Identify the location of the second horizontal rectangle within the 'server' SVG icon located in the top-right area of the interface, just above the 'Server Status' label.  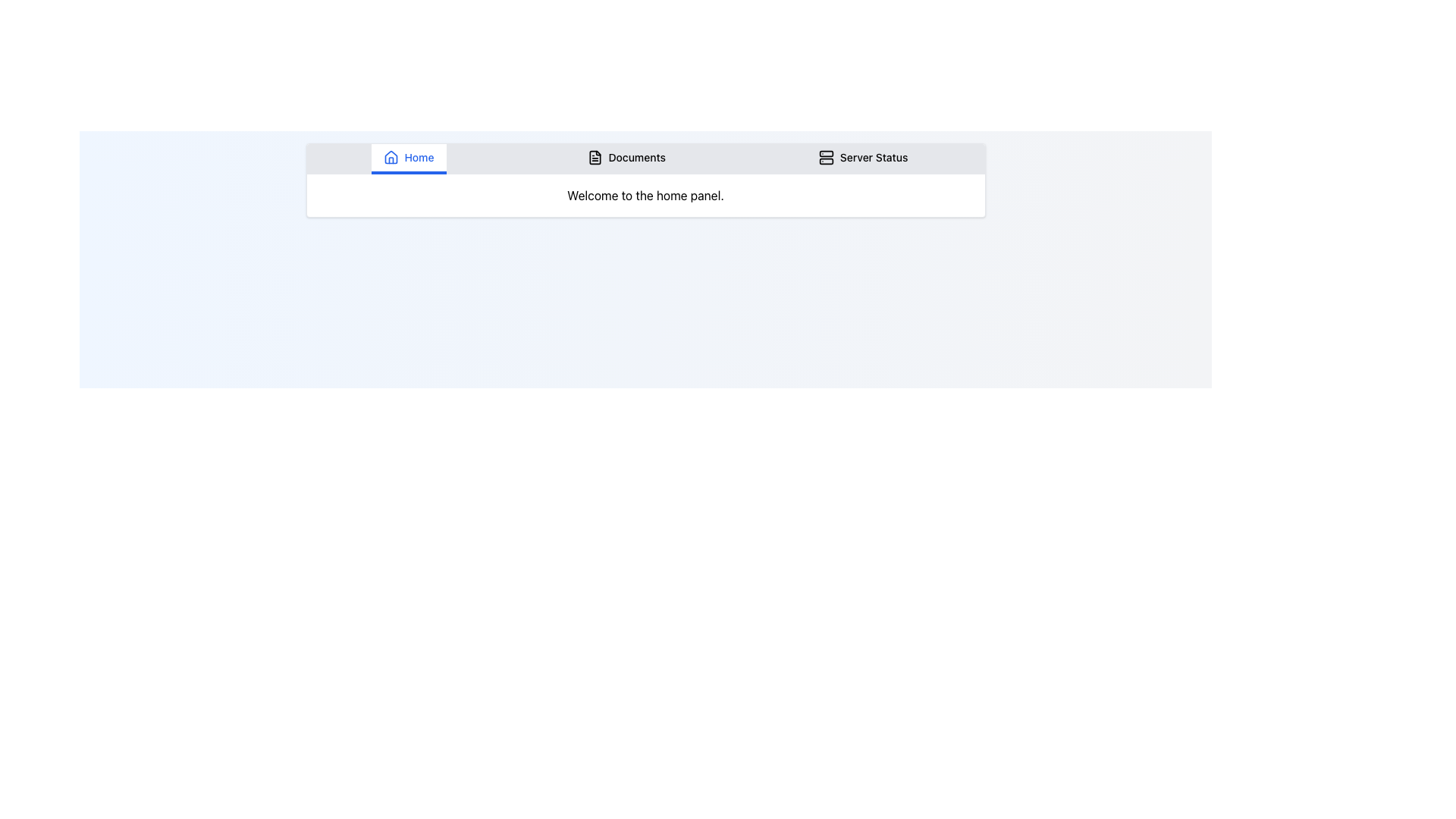
(825, 161).